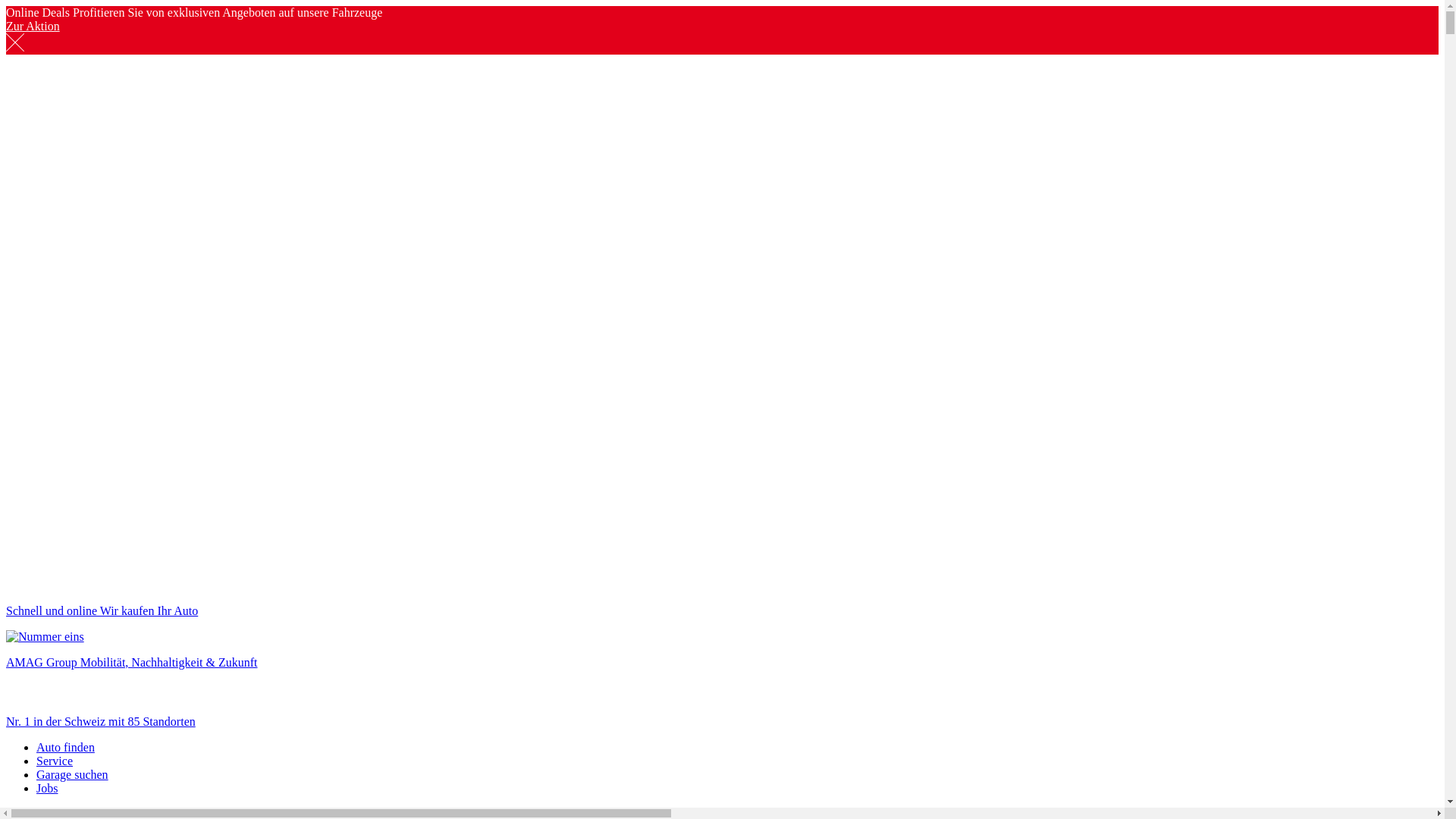 This screenshot has width=1456, height=819. What do you see at coordinates (71, 774) in the screenshot?
I see `'Garage suchen'` at bounding box center [71, 774].